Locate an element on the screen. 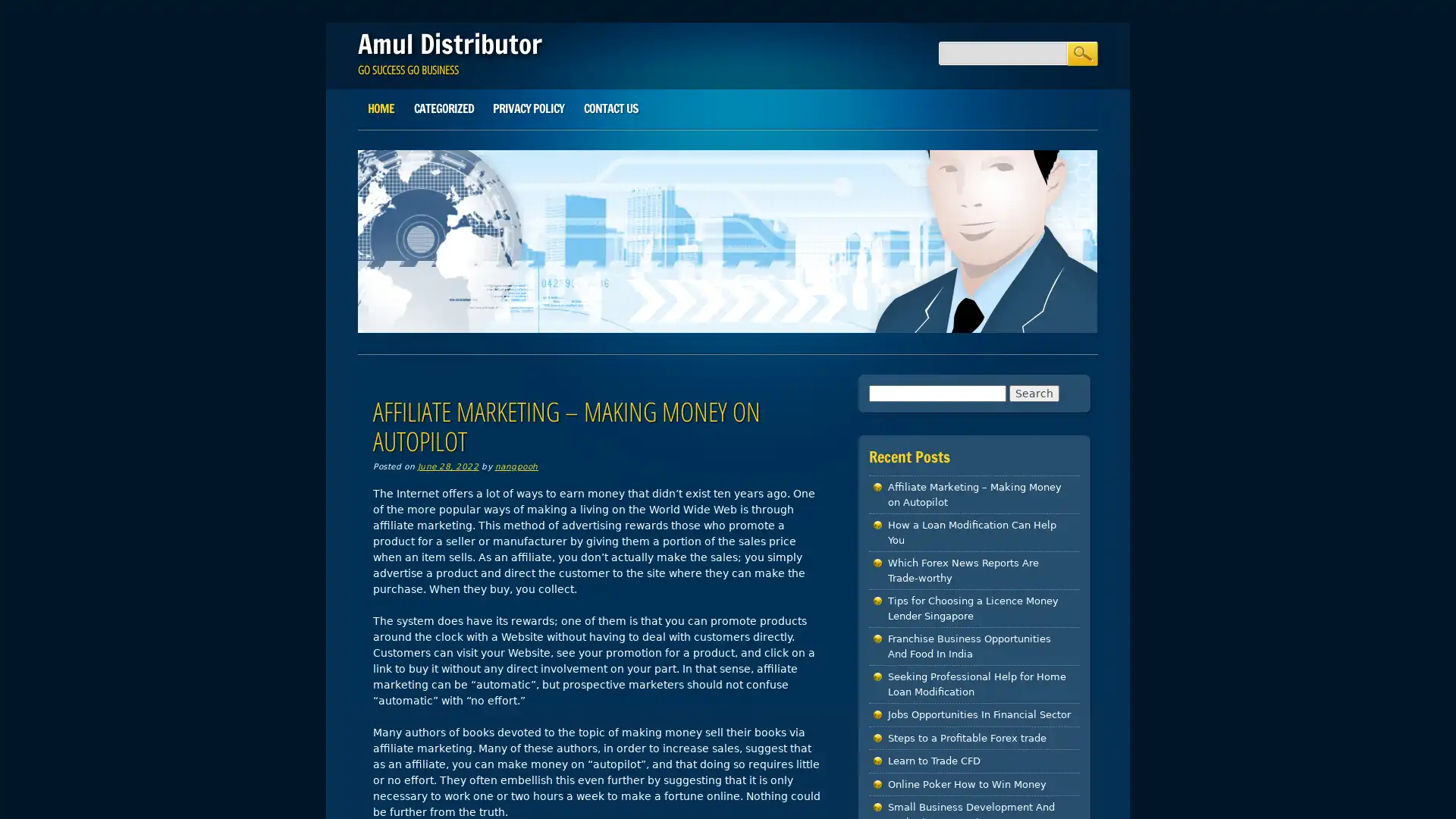 This screenshot has height=819, width=1456. Search is located at coordinates (1033, 391).